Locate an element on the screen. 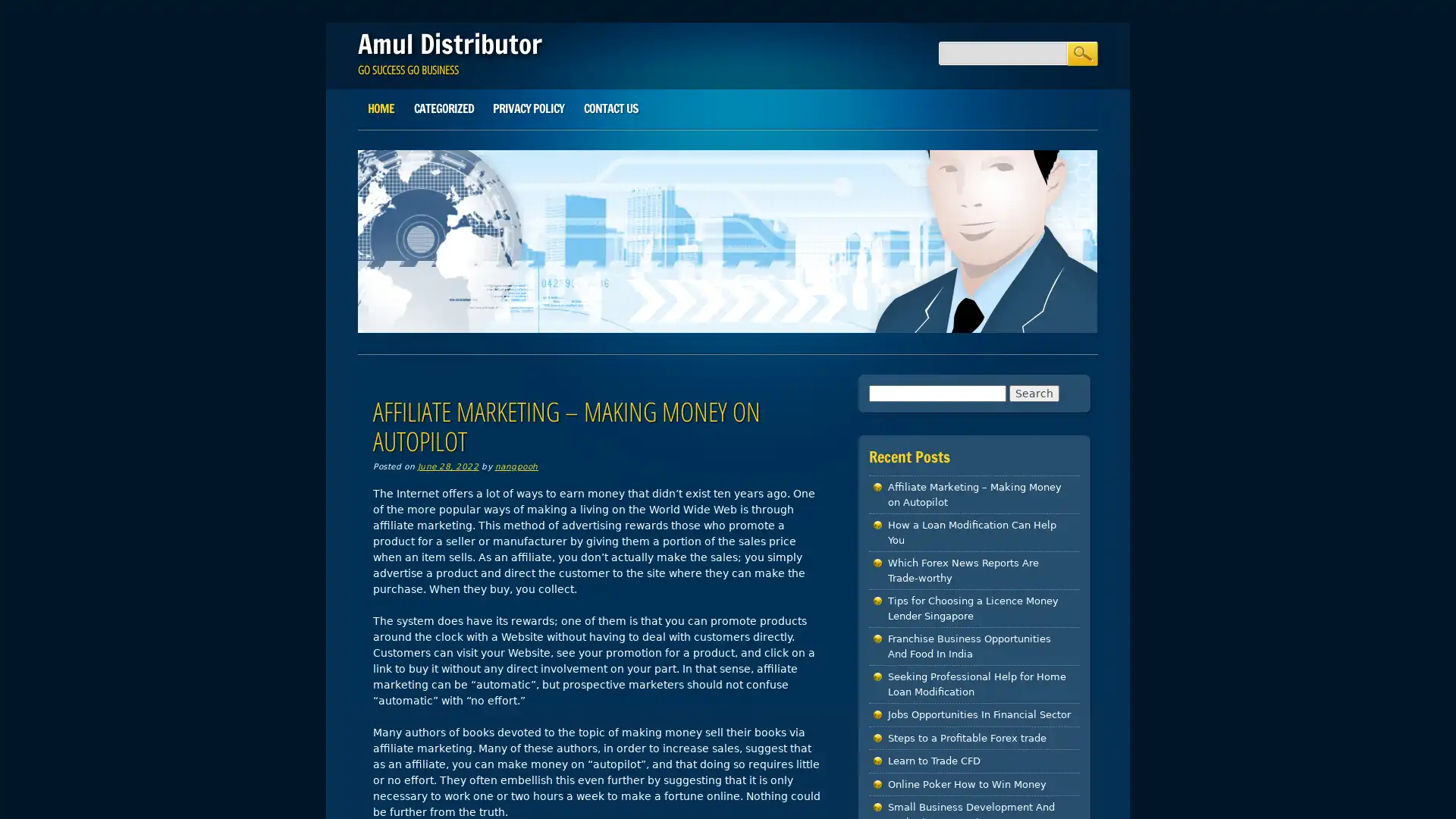 This screenshot has height=819, width=1456. Search is located at coordinates (1033, 391).